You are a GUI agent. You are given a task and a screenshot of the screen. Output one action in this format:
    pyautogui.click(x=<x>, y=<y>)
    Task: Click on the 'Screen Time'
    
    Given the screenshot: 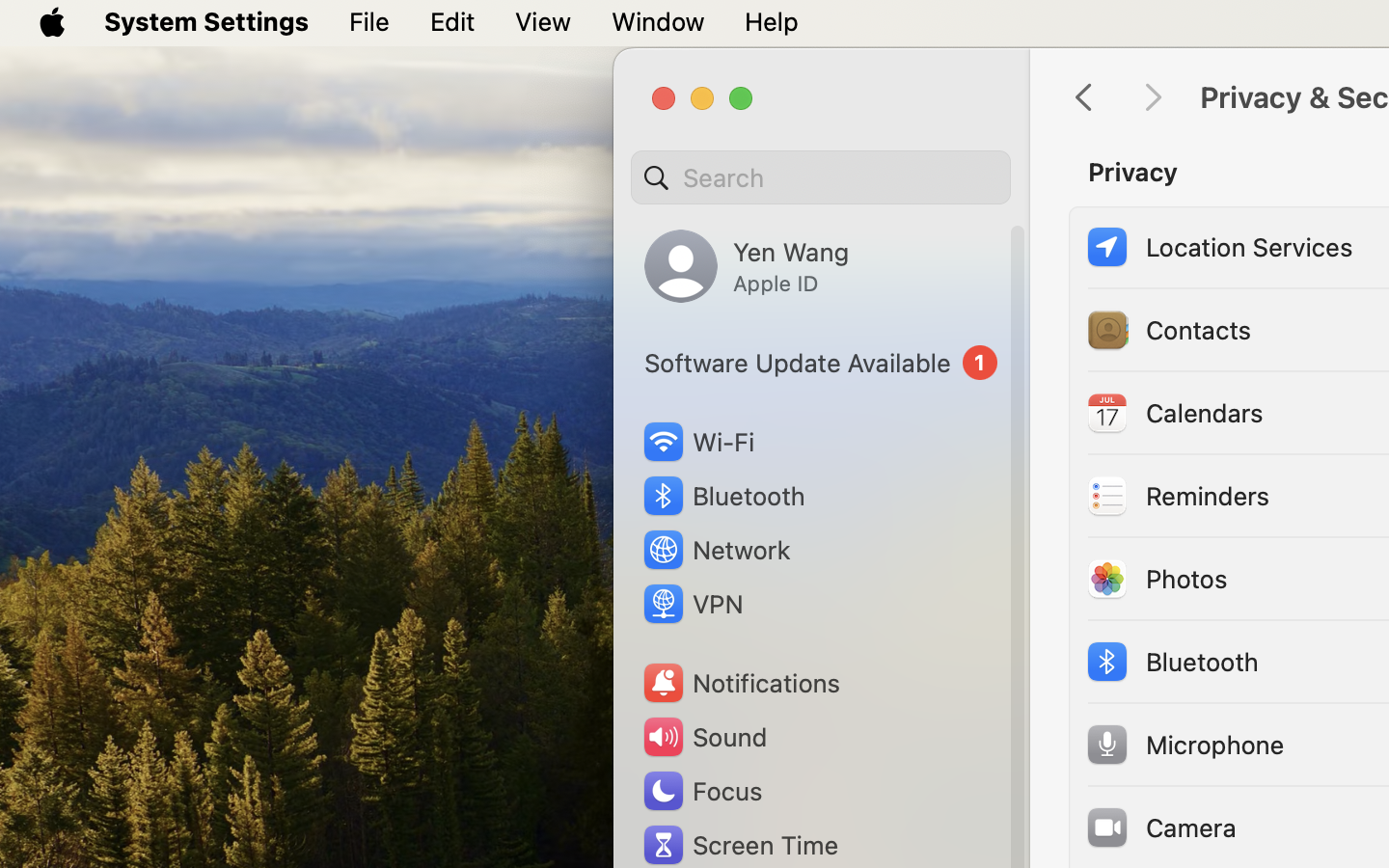 What is the action you would take?
    pyautogui.click(x=738, y=844)
    